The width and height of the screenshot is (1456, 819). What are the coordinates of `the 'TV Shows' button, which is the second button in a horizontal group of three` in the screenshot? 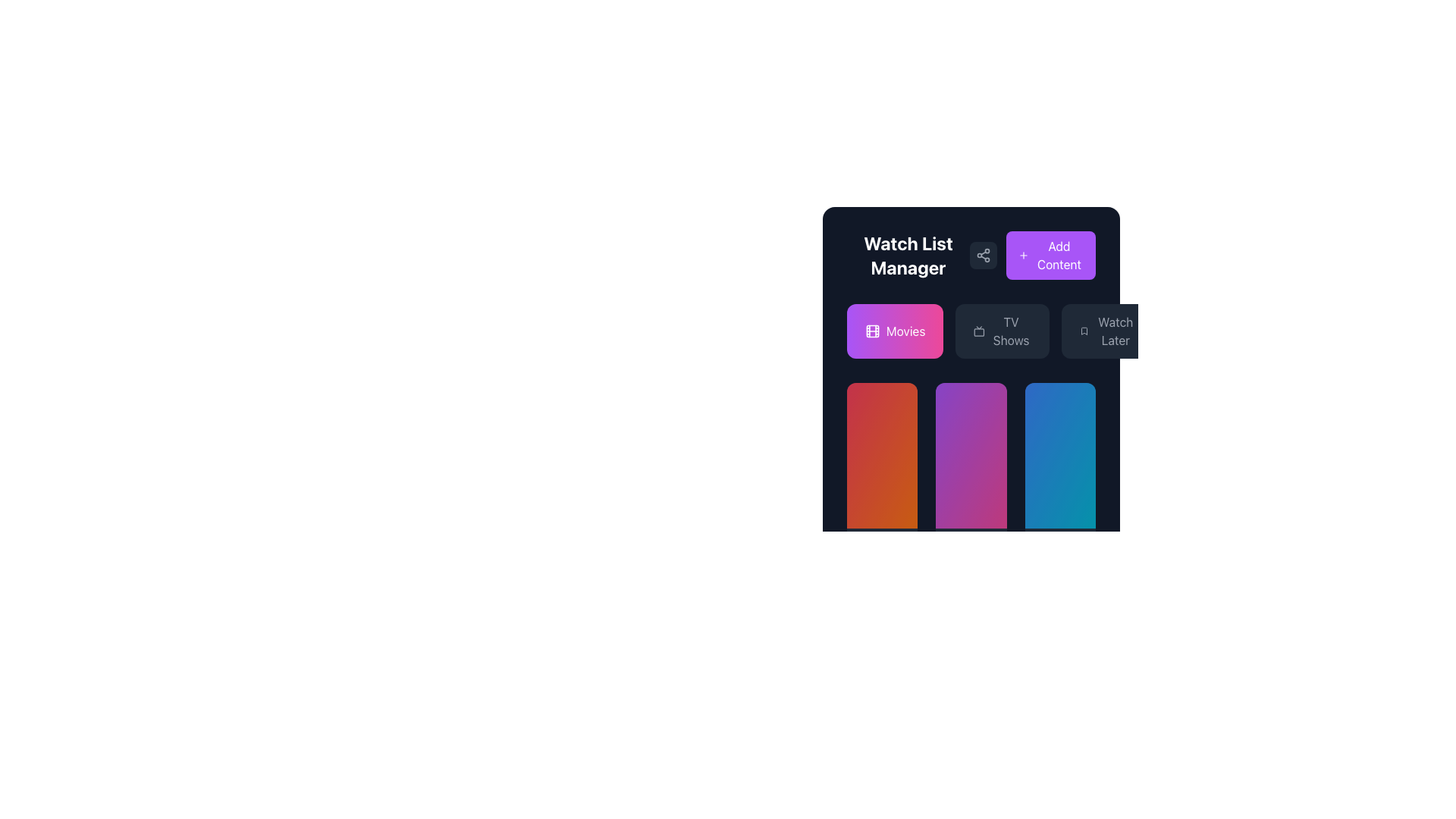 It's located at (971, 359).